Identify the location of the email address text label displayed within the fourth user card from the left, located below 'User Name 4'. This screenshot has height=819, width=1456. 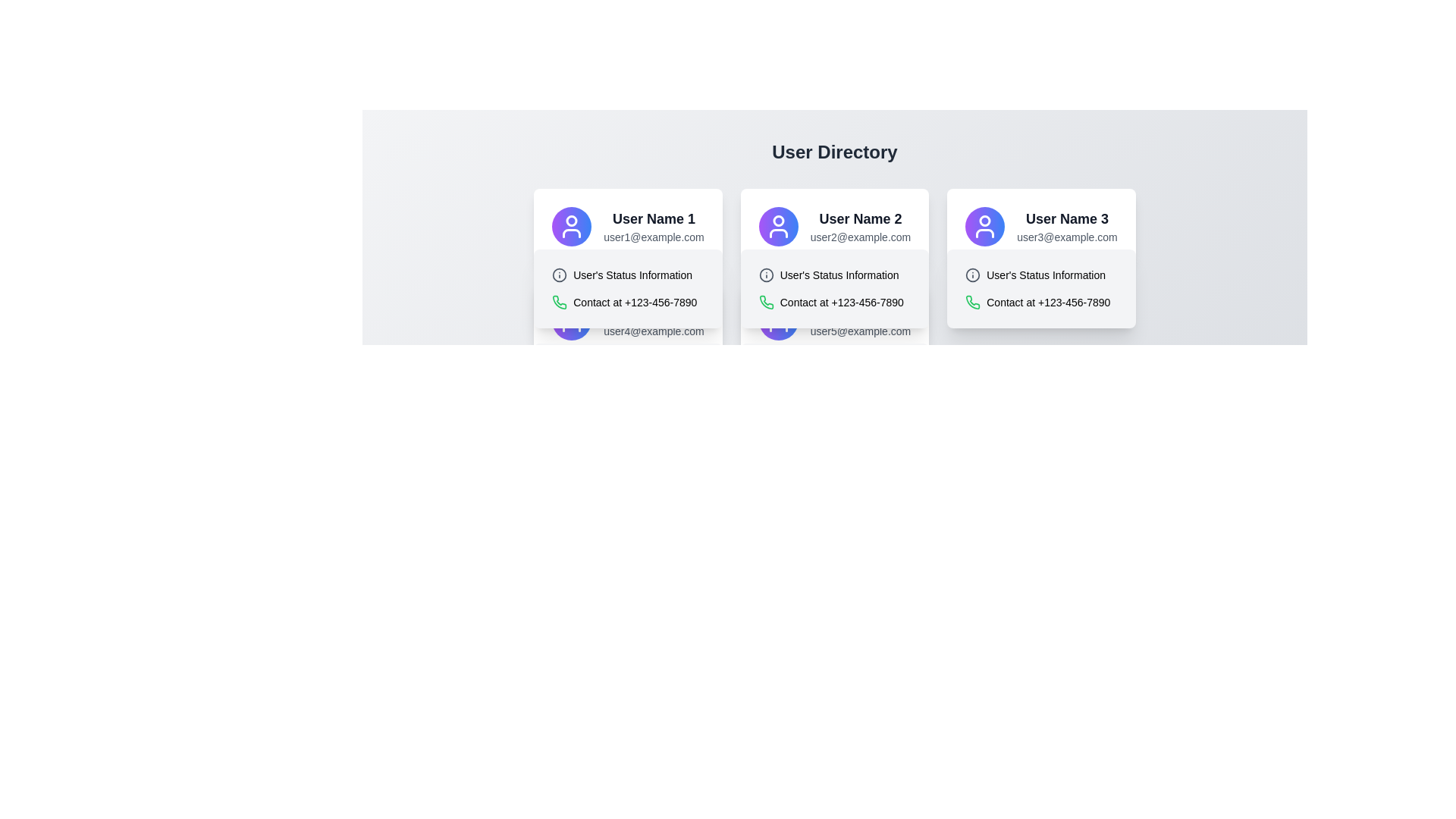
(654, 320).